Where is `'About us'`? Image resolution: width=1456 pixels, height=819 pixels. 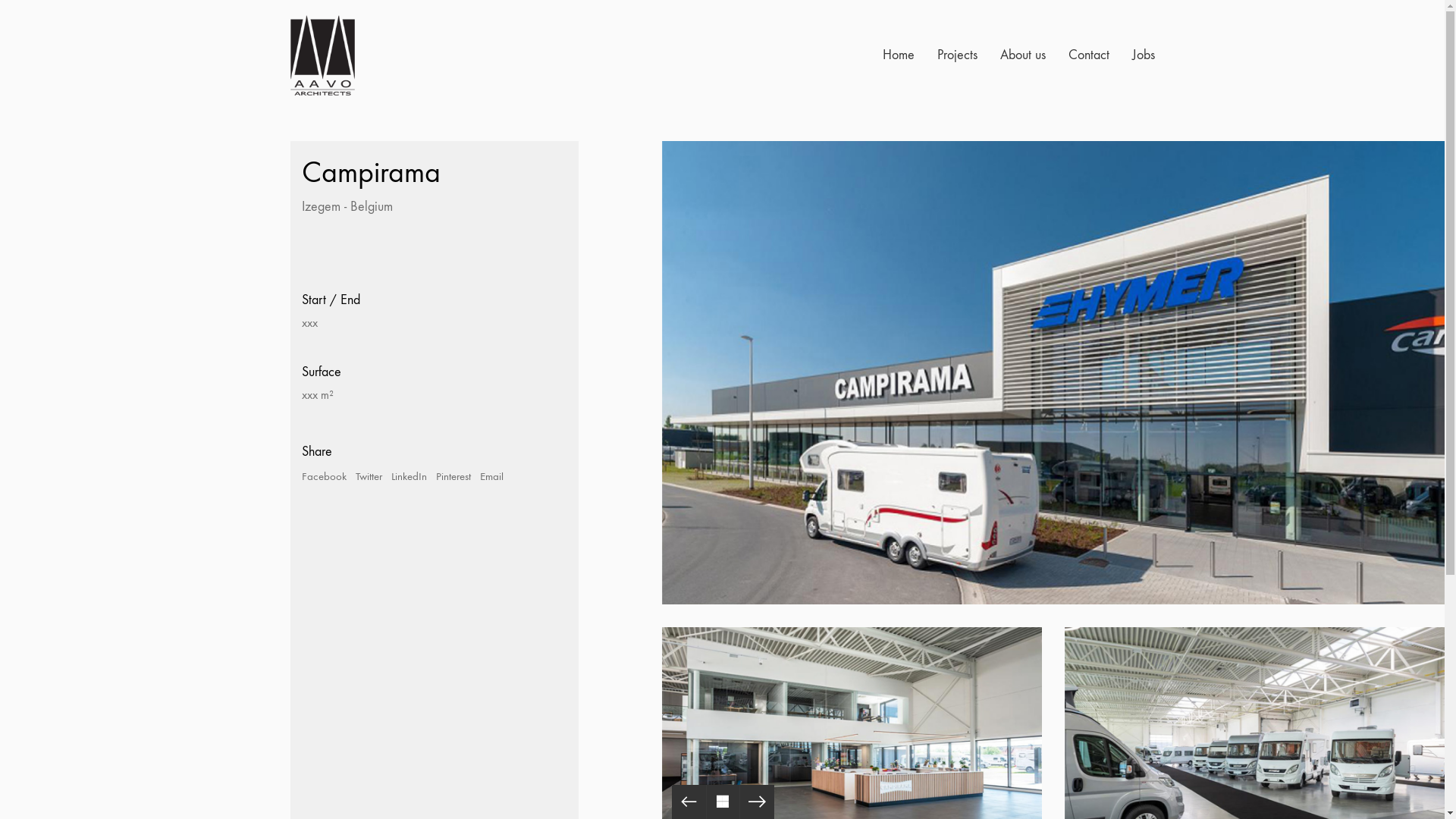
'About us' is located at coordinates (999, 55).